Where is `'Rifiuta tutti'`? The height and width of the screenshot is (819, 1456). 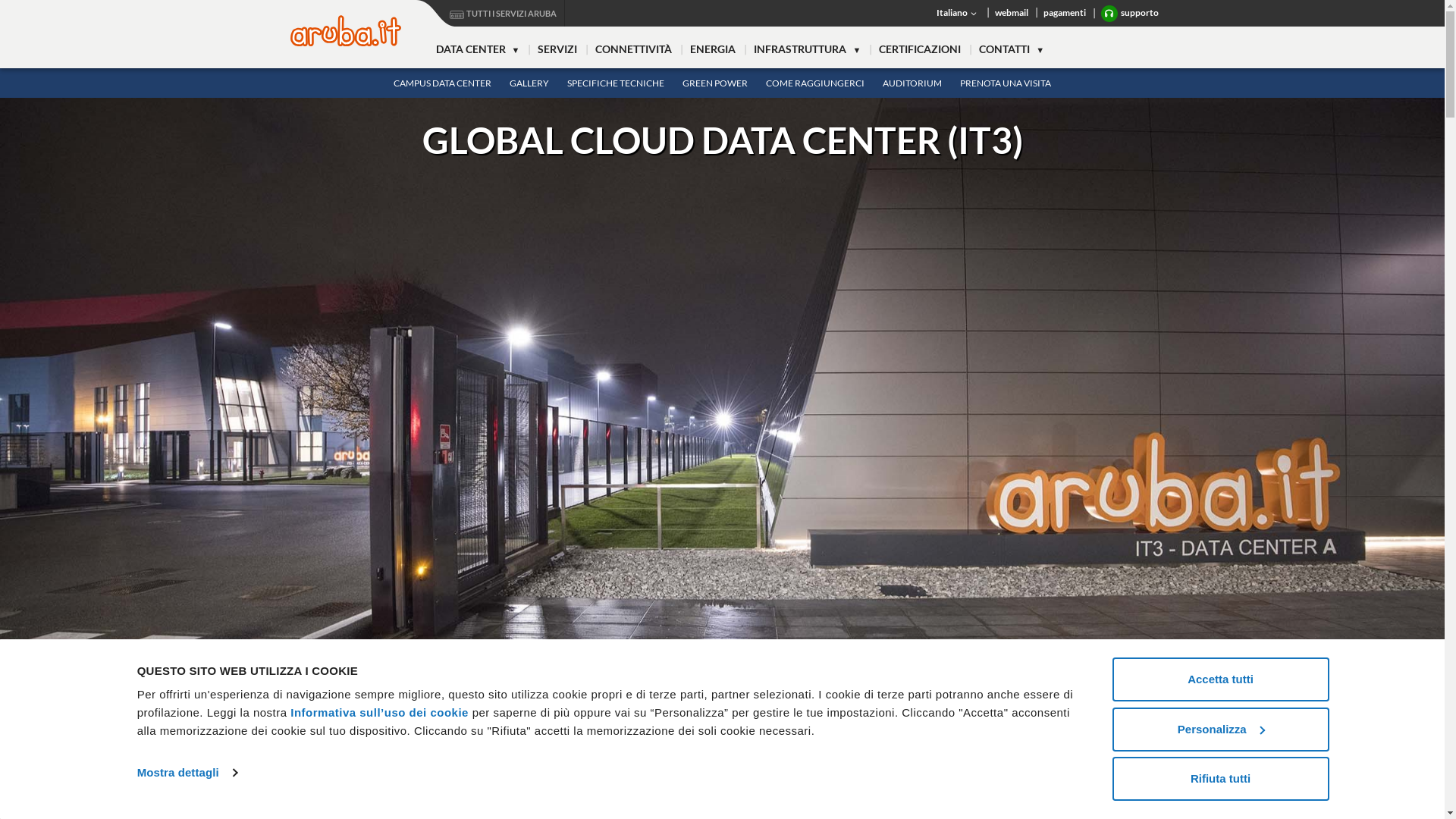 'Rifiuta tutti' is located at coordinates (1219, 778).